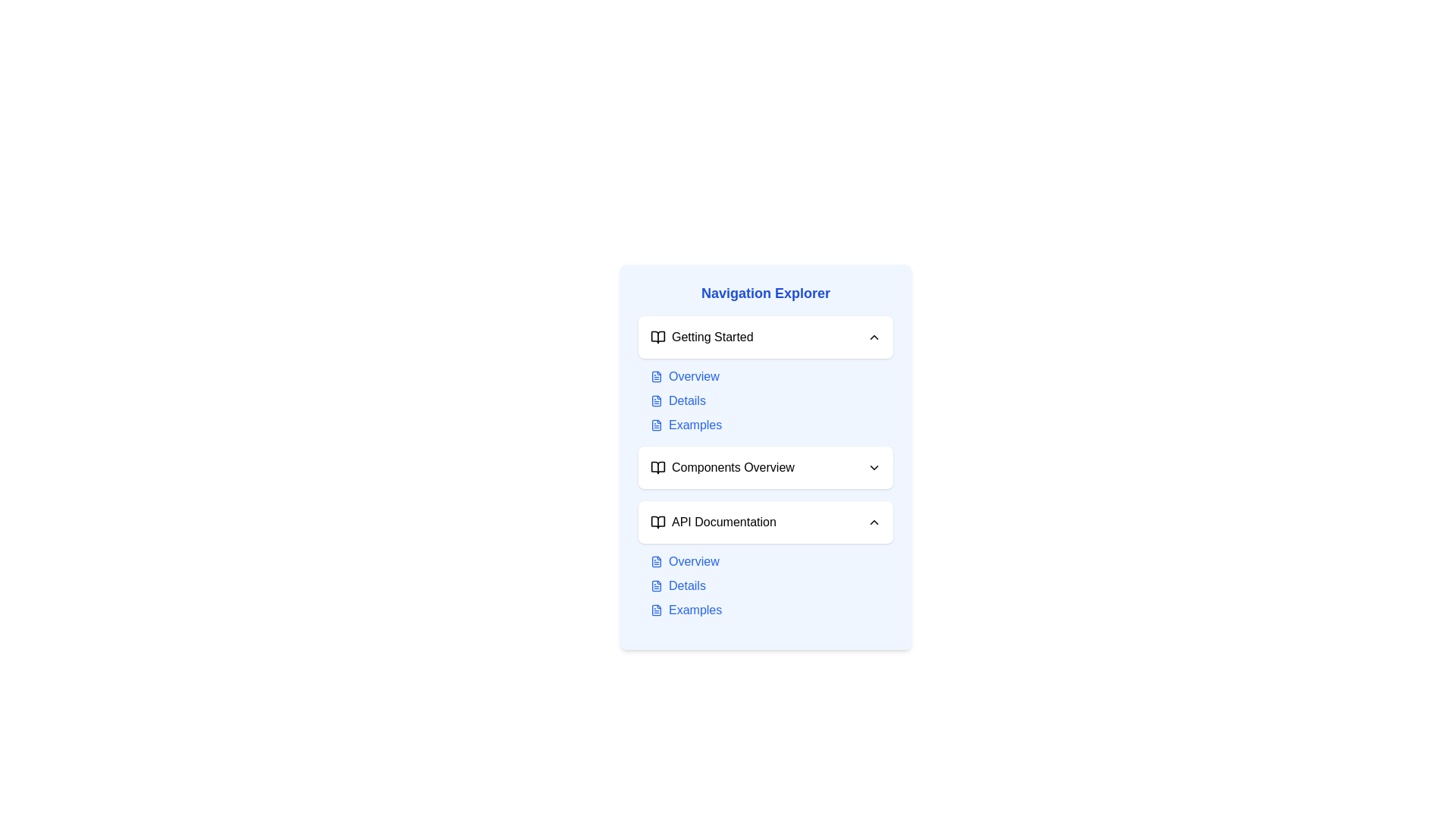  What do you see at coordinates (656, 425) in the screenshot?
I see `the document icon located to the left of the 'Examples' text link in the navigation menu, which is styled with a rectangular outline and small horizontal lines representing text` at bounding box center [656, 425].